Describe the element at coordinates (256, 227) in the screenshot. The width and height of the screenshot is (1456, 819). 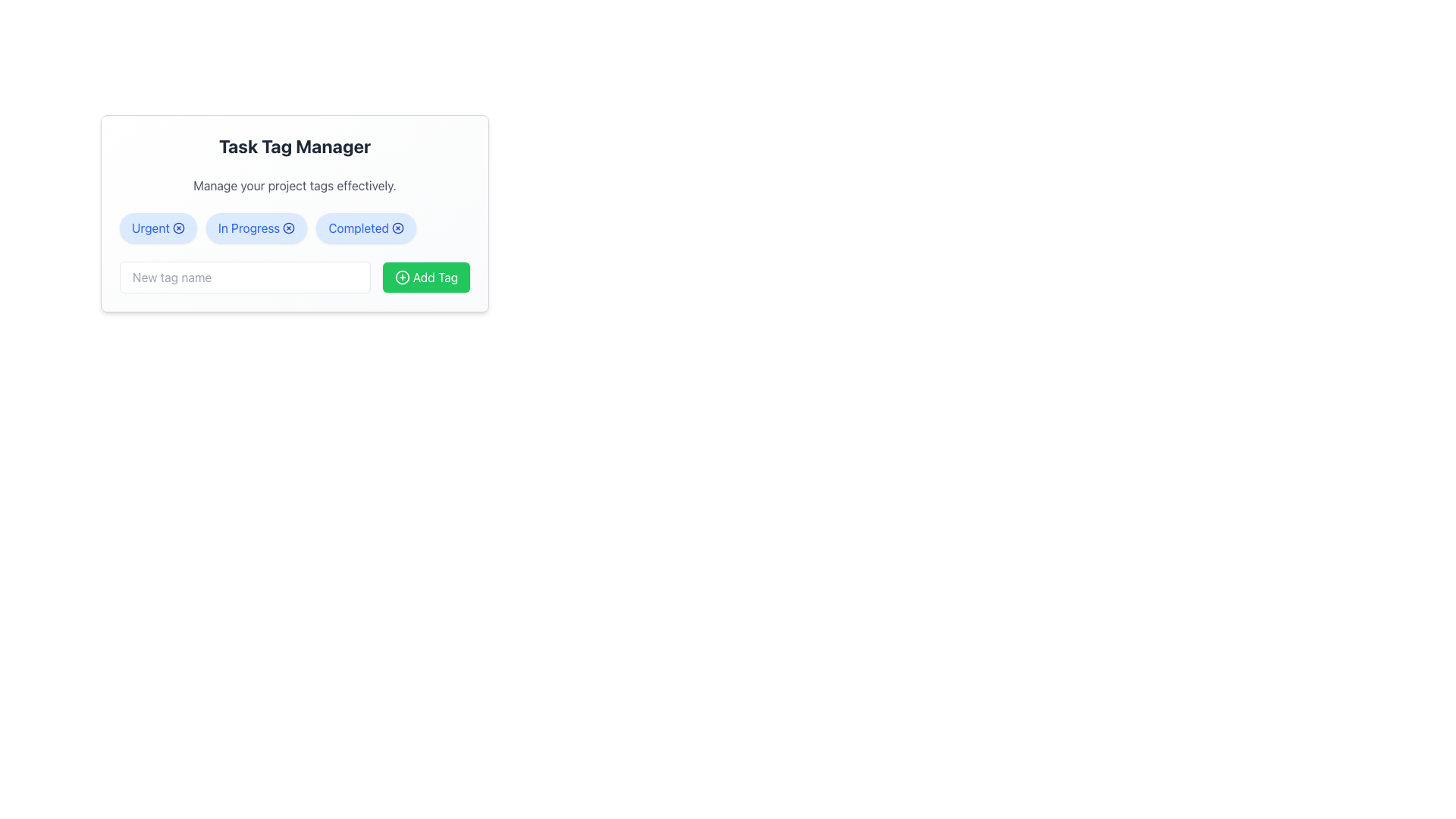
I see `the 'In Progress' Status Tag, which is the second tag in a horizontal row of three tags labeled 'Urgent', 'In Progress', and 'Completed'` at that location.